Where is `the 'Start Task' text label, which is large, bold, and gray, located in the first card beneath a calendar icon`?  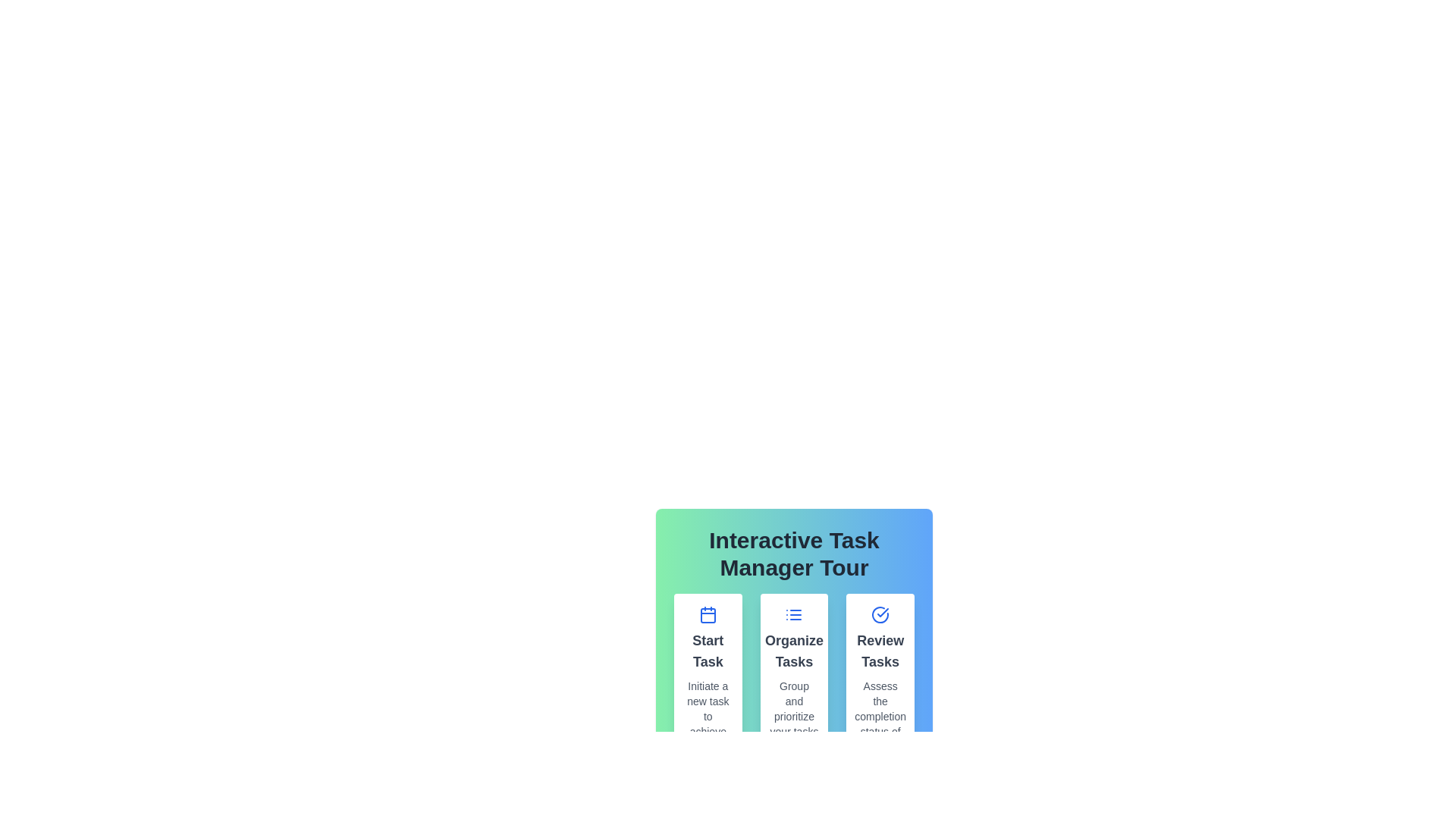
the 'Start Task' text label, which is large, bold, and gray, located in the first card beneath a calendar icon is located at coordinates (707, 651).